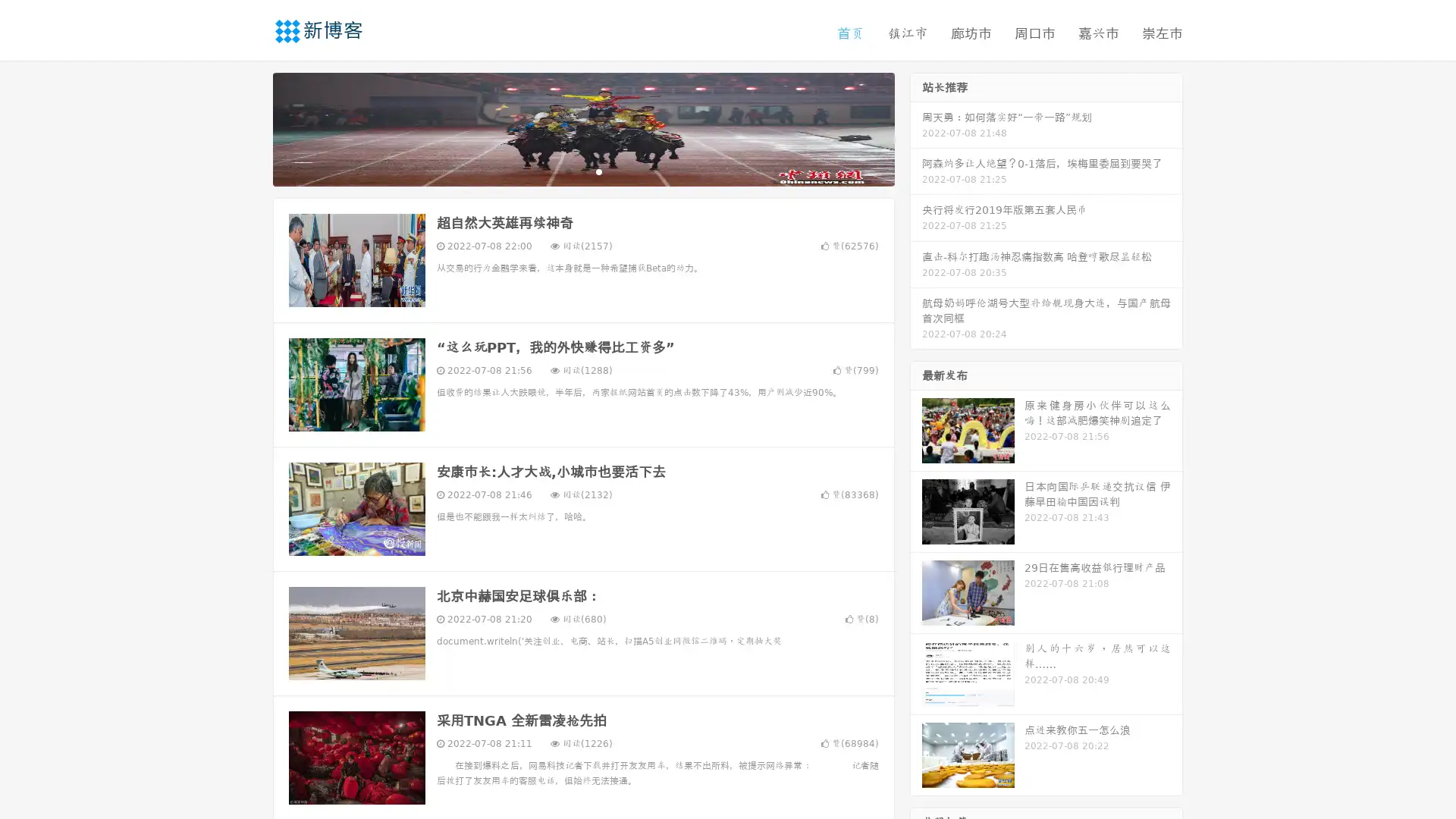 The image size is (1456, 819). I want to click on Go to slide 3, so click(598, 171).